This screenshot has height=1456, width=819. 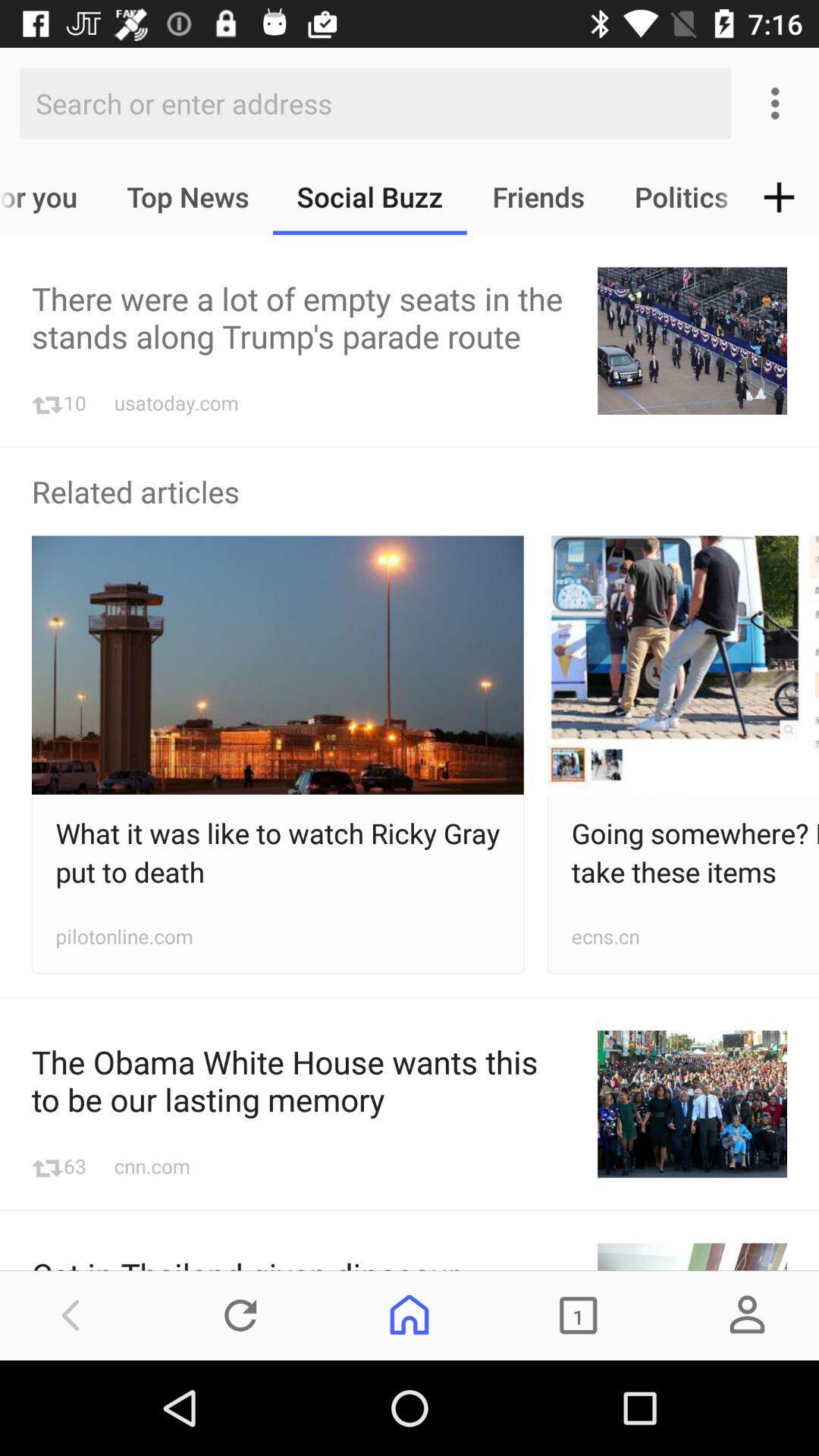 I want to click on the arrow_backward icon, so click(x=71, y=1314).